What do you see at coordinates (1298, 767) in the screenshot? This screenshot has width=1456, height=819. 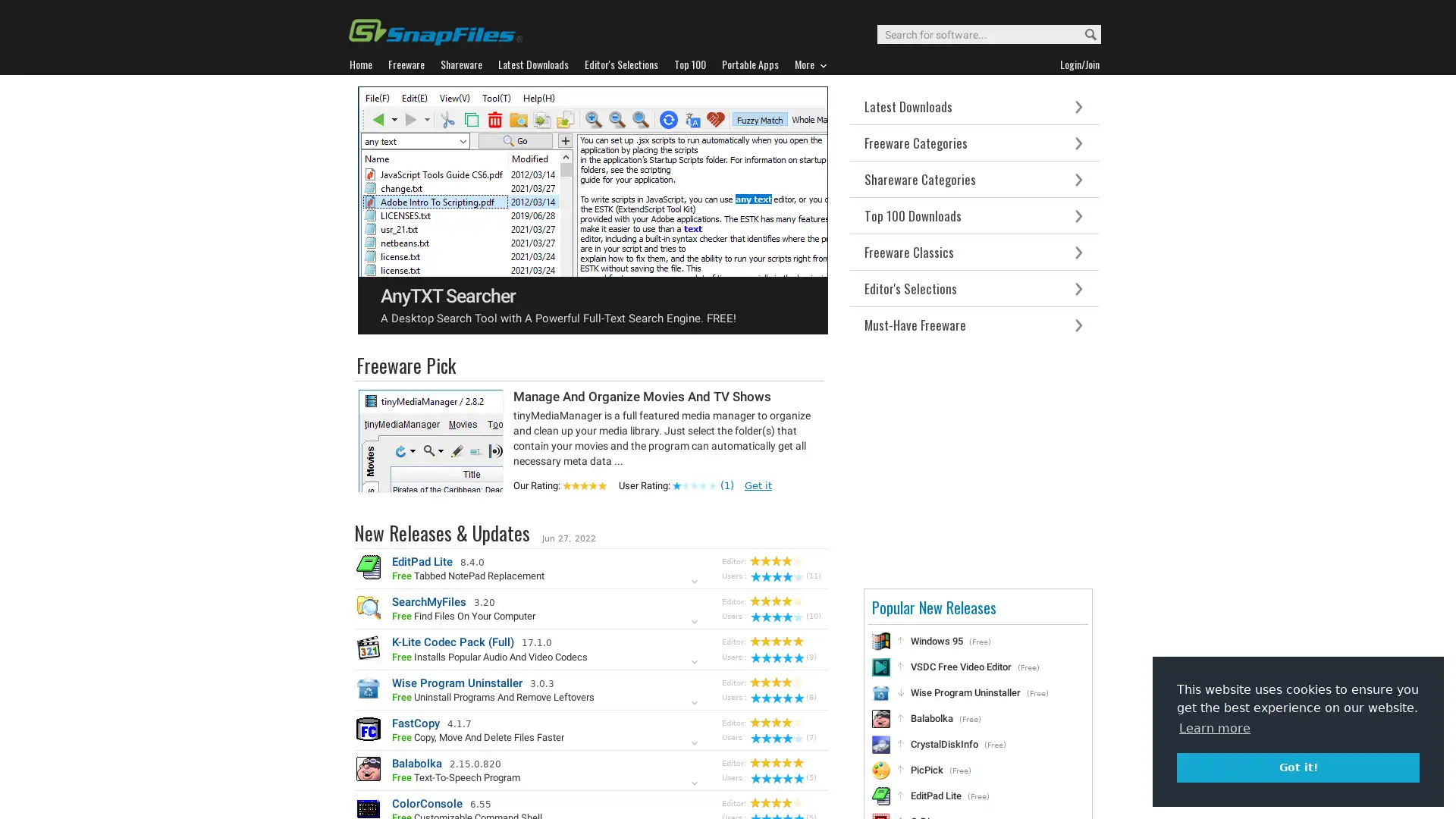 I see `dismiss cookie message` at bounding box center [1298, 767].